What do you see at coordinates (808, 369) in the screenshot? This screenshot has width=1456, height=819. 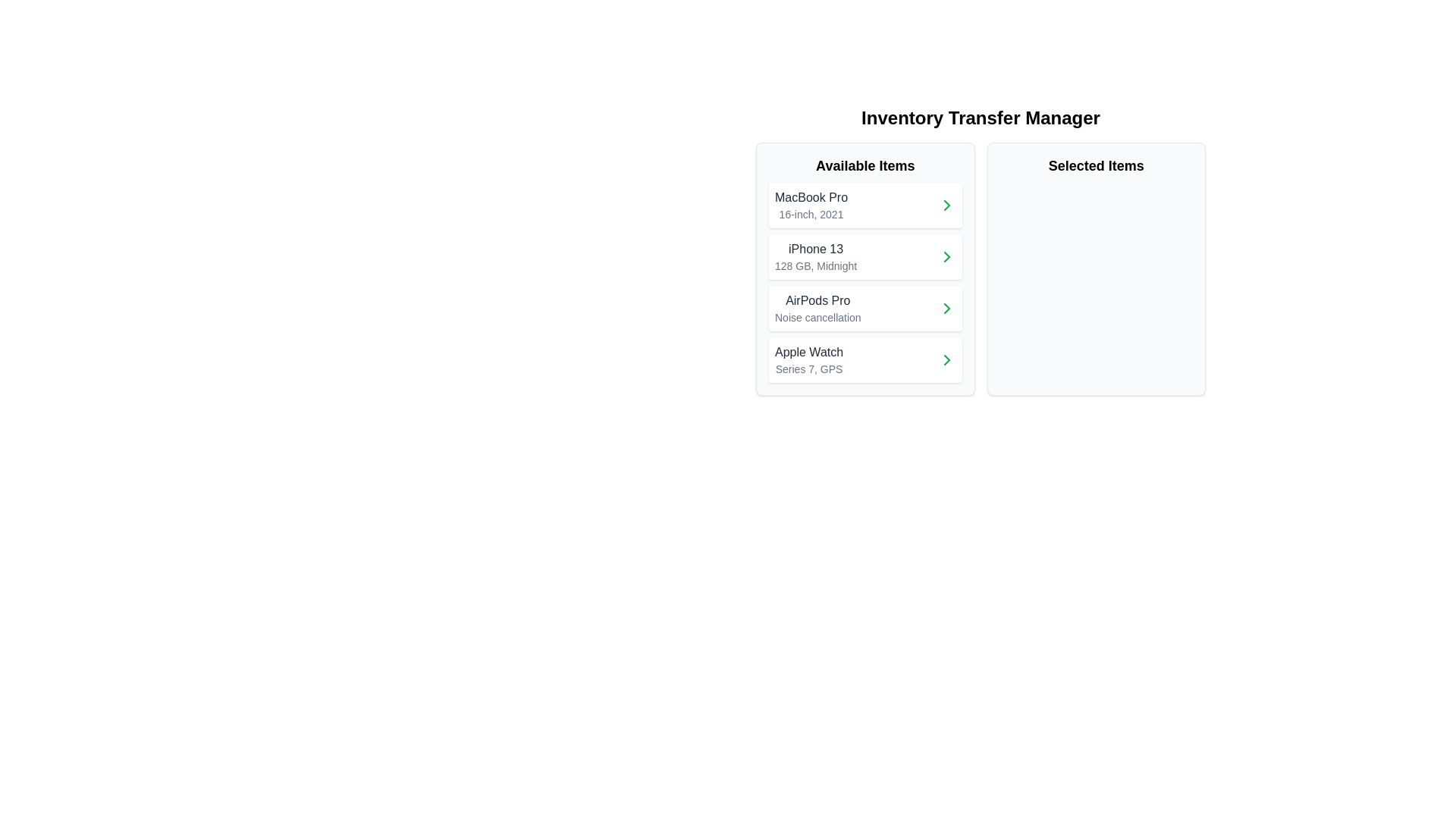 I see `the Text label providing additional information about the 'Apple Watch', located in the 'Available Items' section below the 'Apple Watch' header` at bounding box center [808, 369].